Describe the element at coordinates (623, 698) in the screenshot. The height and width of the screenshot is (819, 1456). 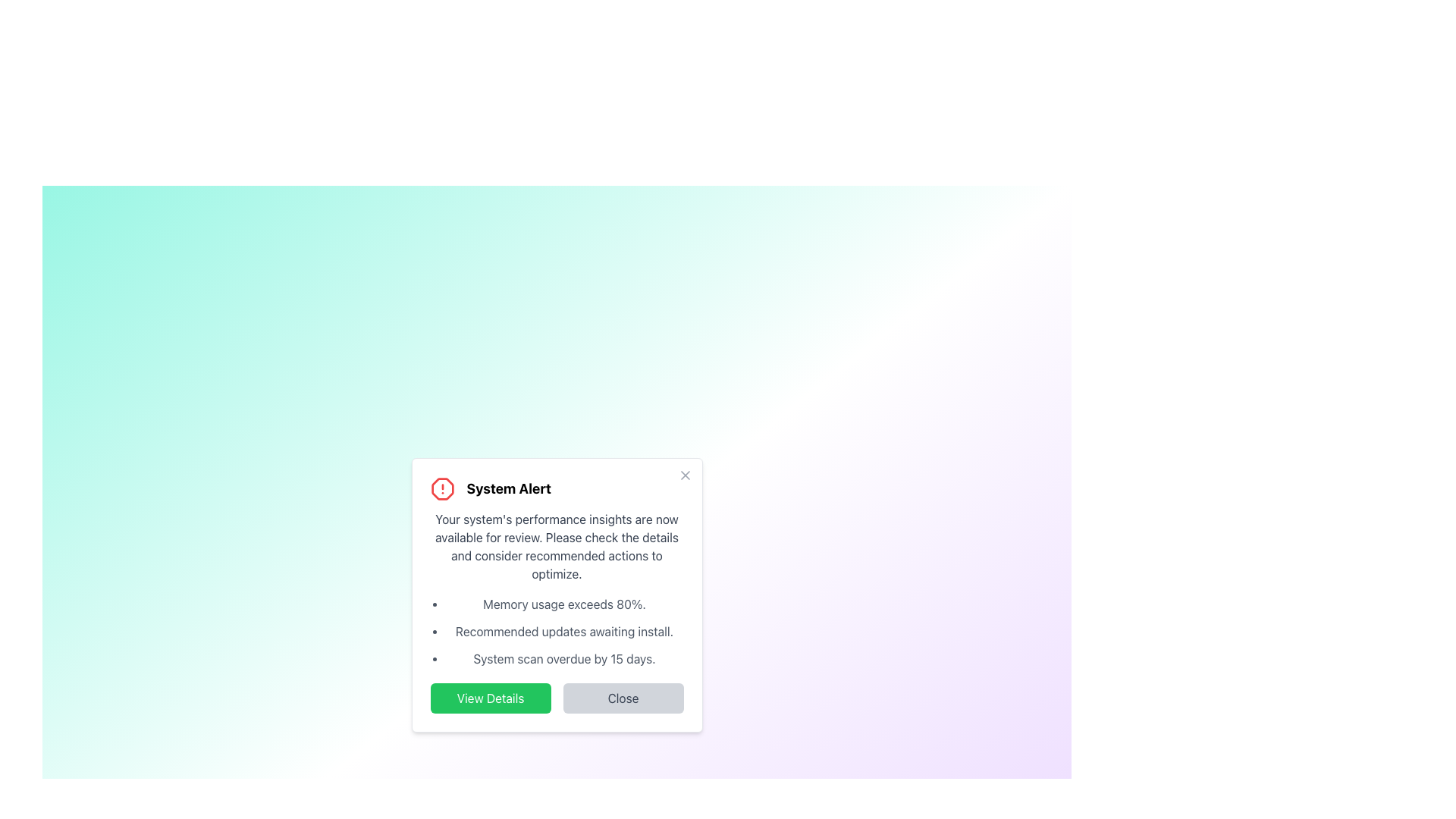
I see `the close button in the dialog box` at that location.